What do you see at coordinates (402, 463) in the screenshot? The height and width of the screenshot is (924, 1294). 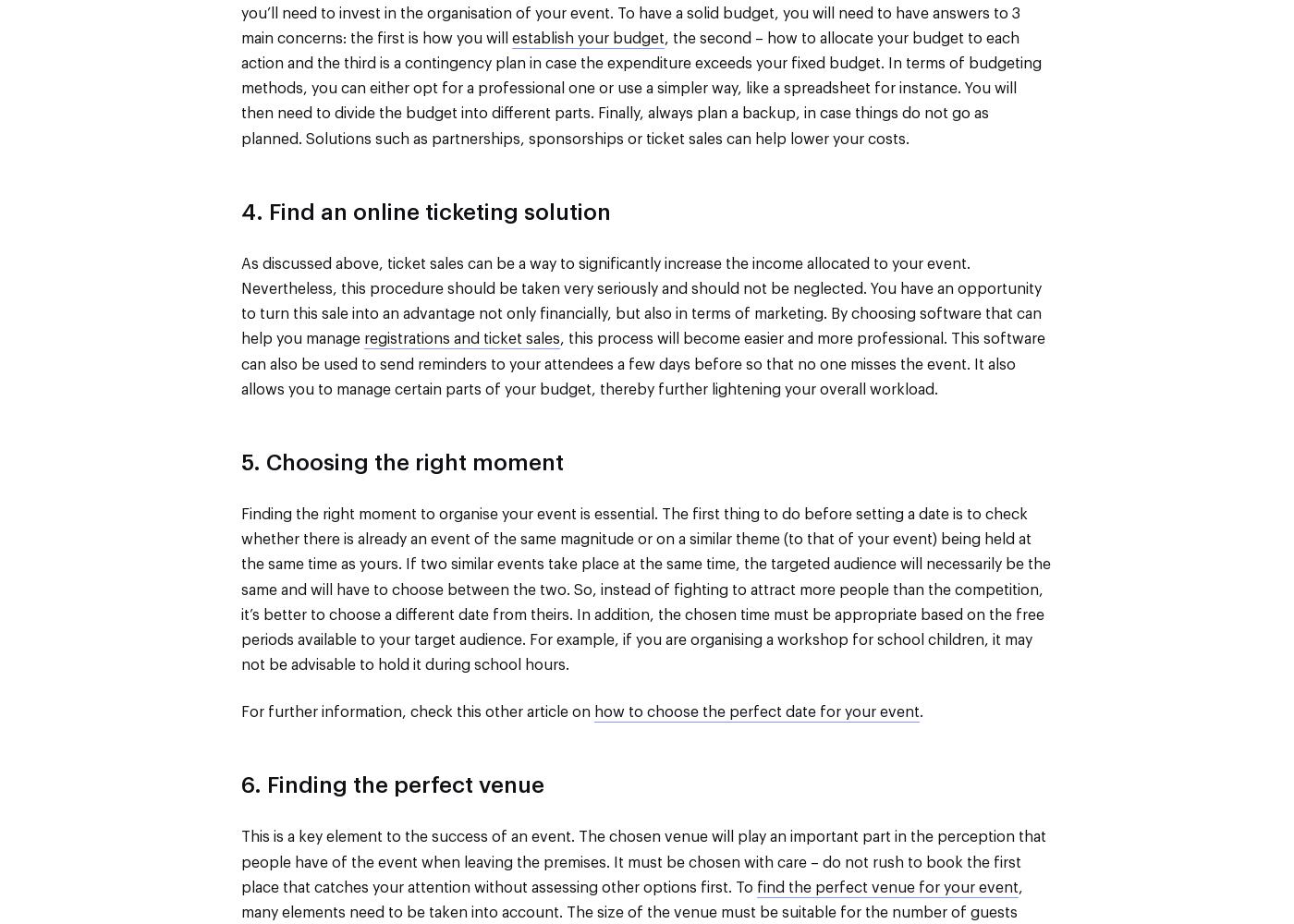 I see `'5. Choosing the right moment'` at bounding box center [402, 463].